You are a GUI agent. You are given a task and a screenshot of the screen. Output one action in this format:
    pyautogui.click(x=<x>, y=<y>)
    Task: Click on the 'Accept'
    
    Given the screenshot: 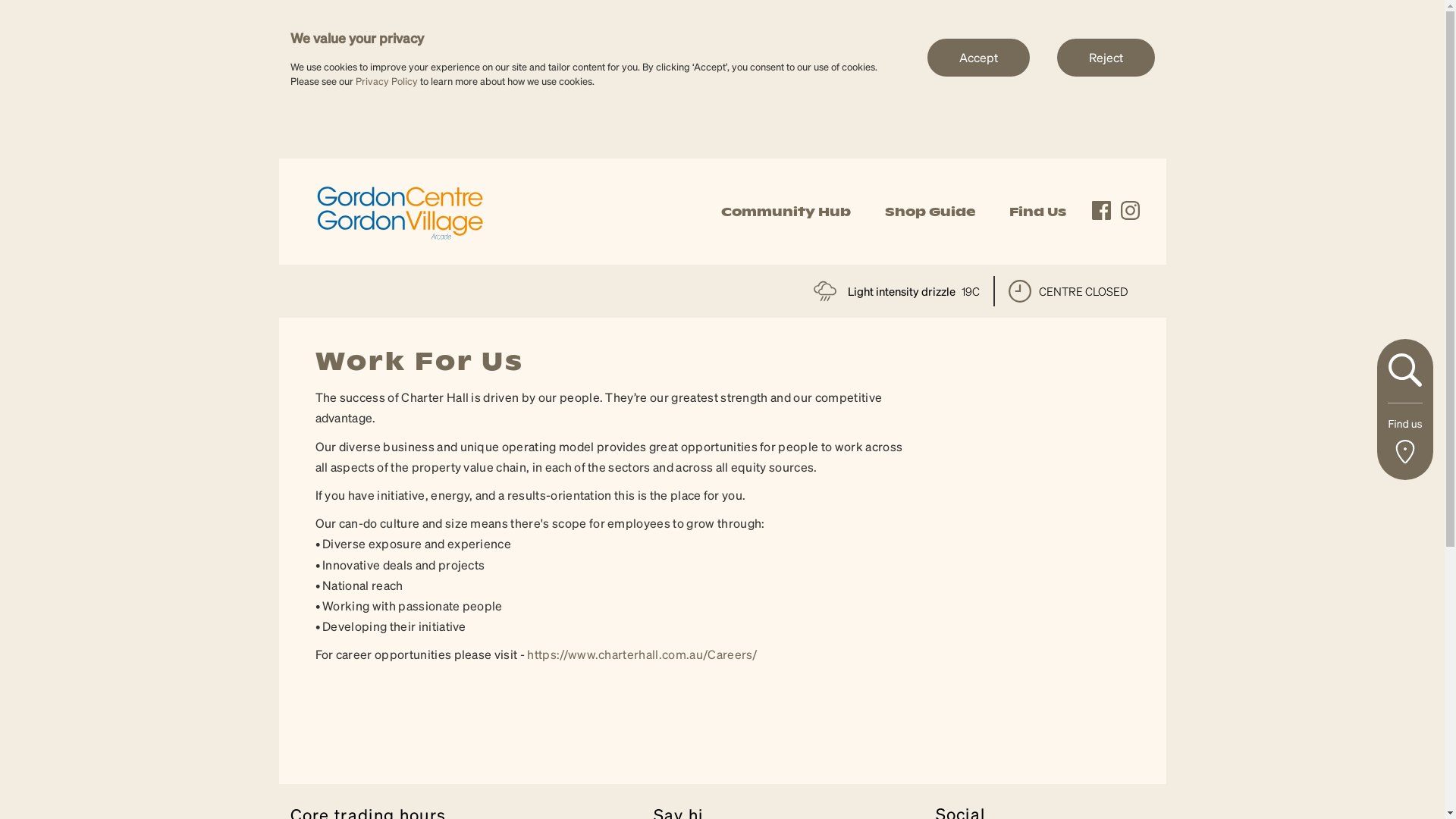 What is the action you would take?
    pyautogui.click(x=977, y=55)
    